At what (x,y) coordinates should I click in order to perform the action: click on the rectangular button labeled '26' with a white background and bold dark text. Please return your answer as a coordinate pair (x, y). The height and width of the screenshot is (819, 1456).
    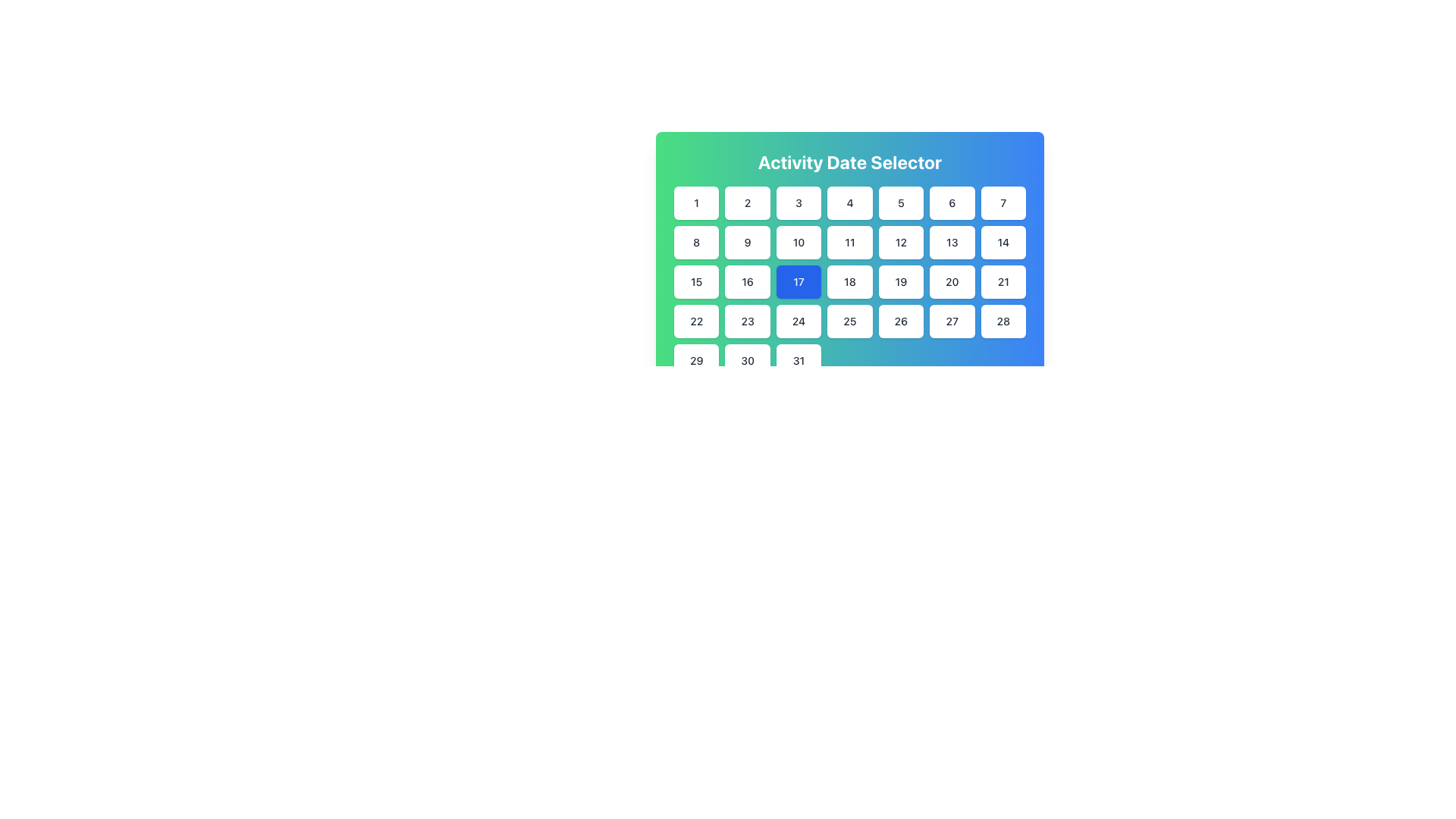
    Looking at the image, I should click on (901, 321).